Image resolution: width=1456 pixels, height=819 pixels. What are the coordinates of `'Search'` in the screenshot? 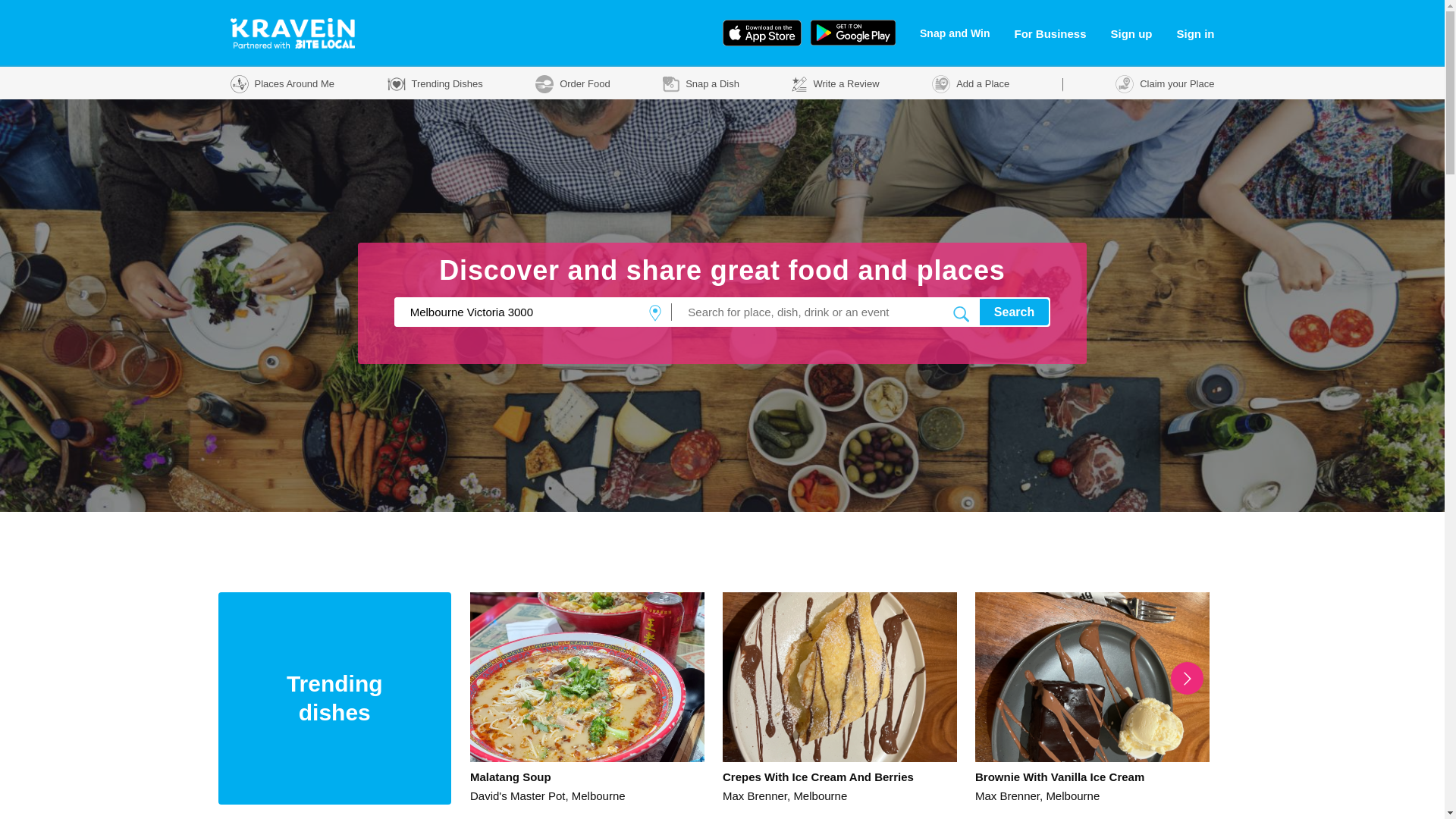 It's located at (979, 311).